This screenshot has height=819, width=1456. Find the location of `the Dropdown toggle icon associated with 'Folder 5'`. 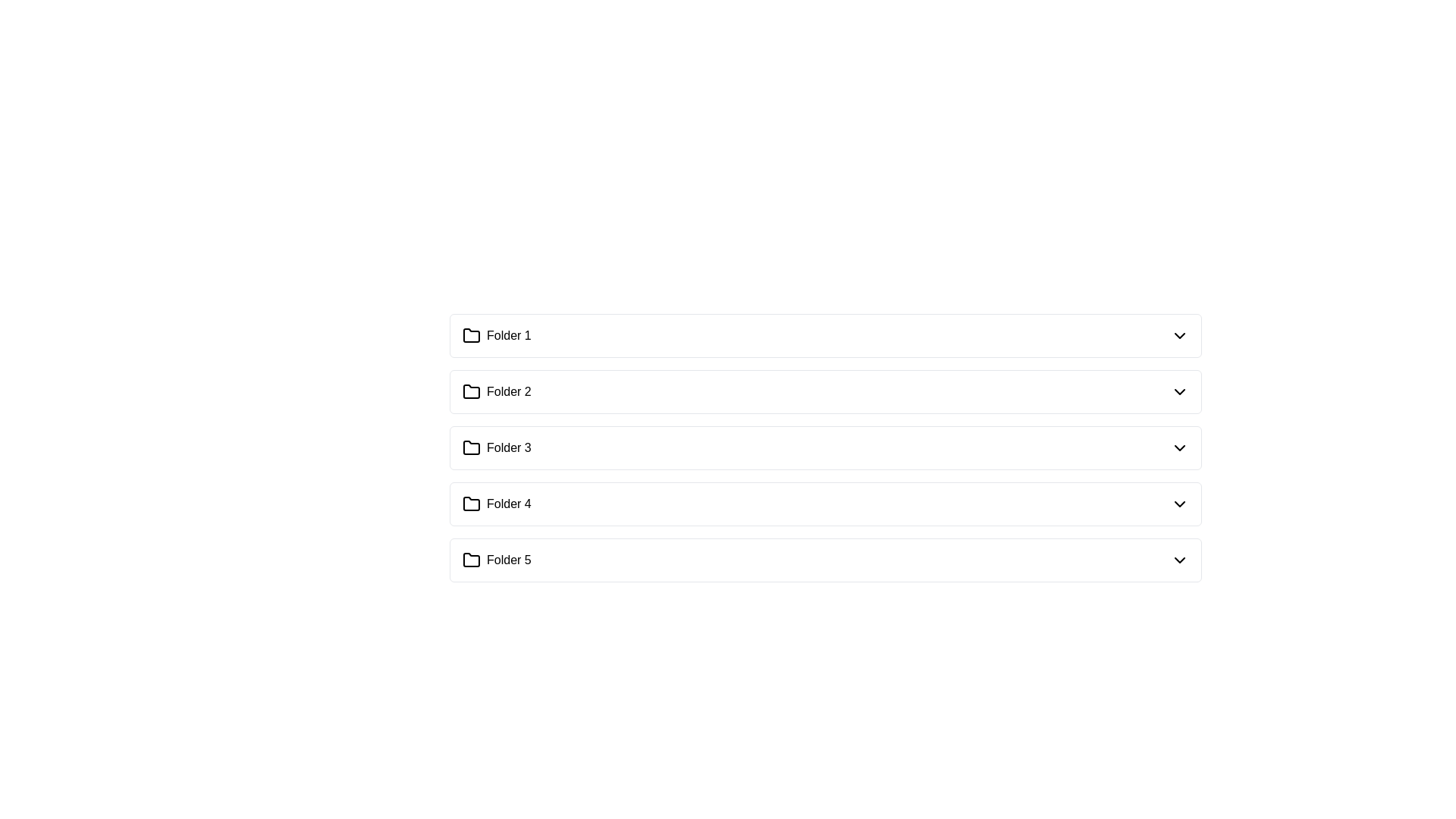

the Dropdown toggle icon associated with 'Folder 5' is located at coordinates (1178, 560).